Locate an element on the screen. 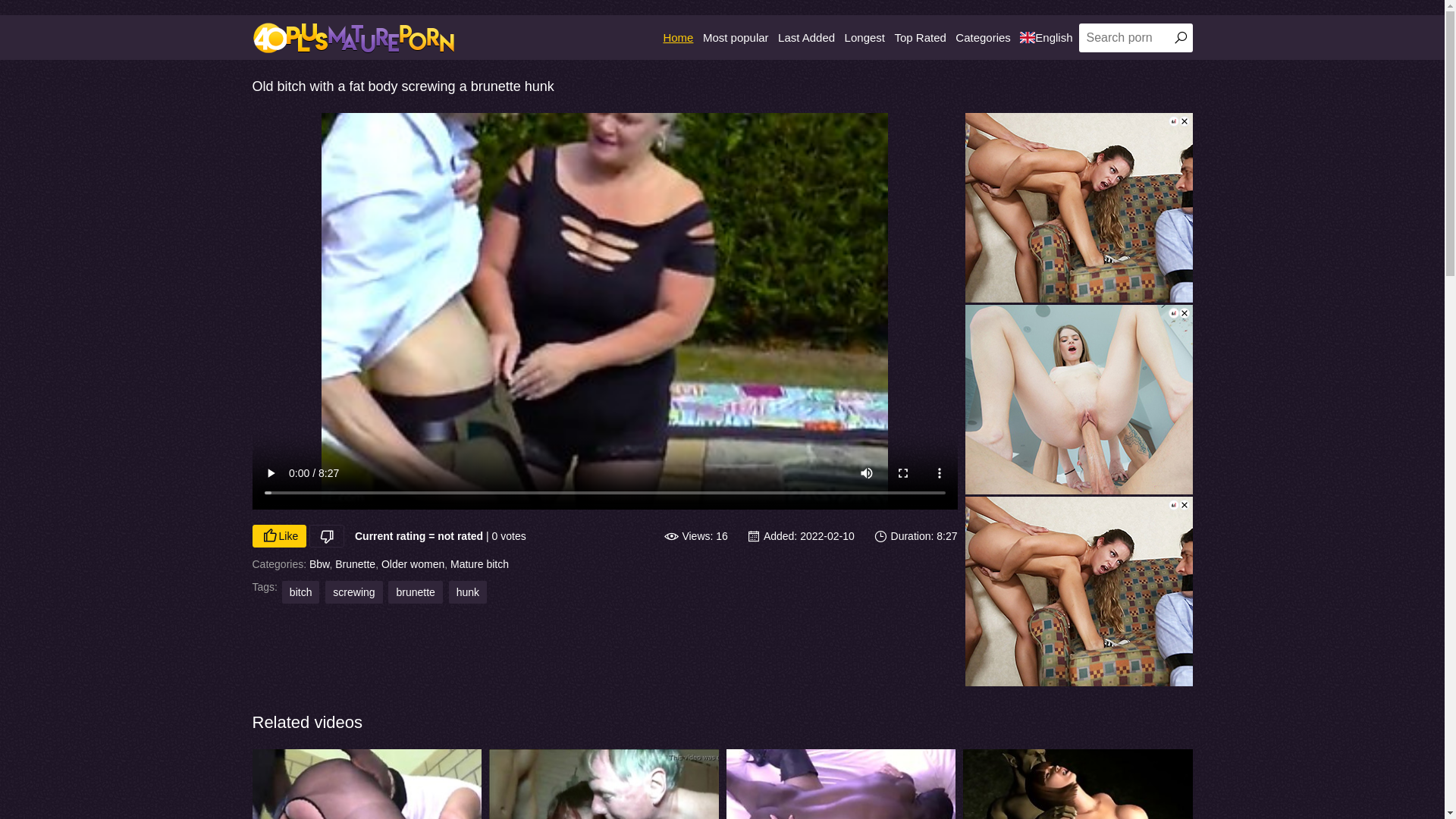 Image resolution: width=1456 pixels, height=819 pixels. 'English' is located at coordinates (1045, 37).